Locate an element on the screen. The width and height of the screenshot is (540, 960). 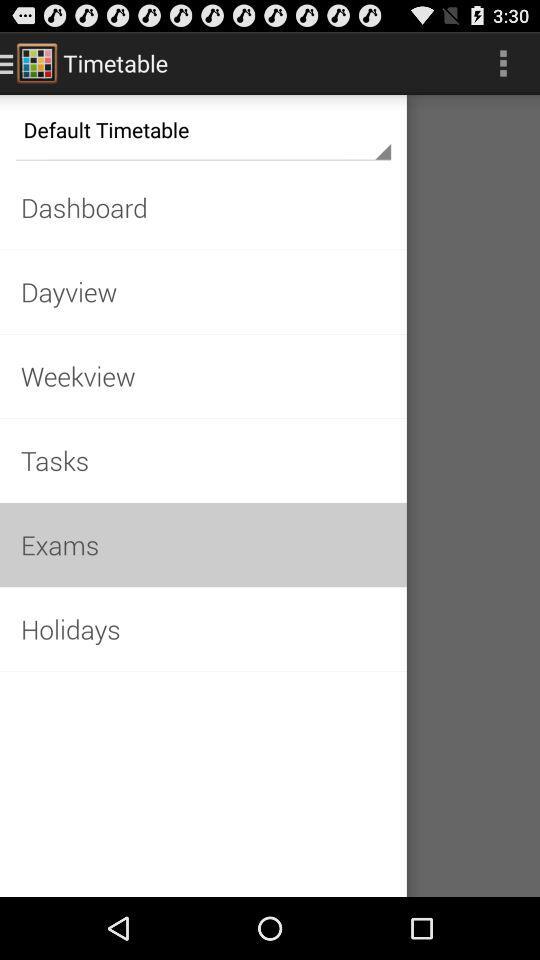
the icon beside the timetable is located at coordinates (36, 62).